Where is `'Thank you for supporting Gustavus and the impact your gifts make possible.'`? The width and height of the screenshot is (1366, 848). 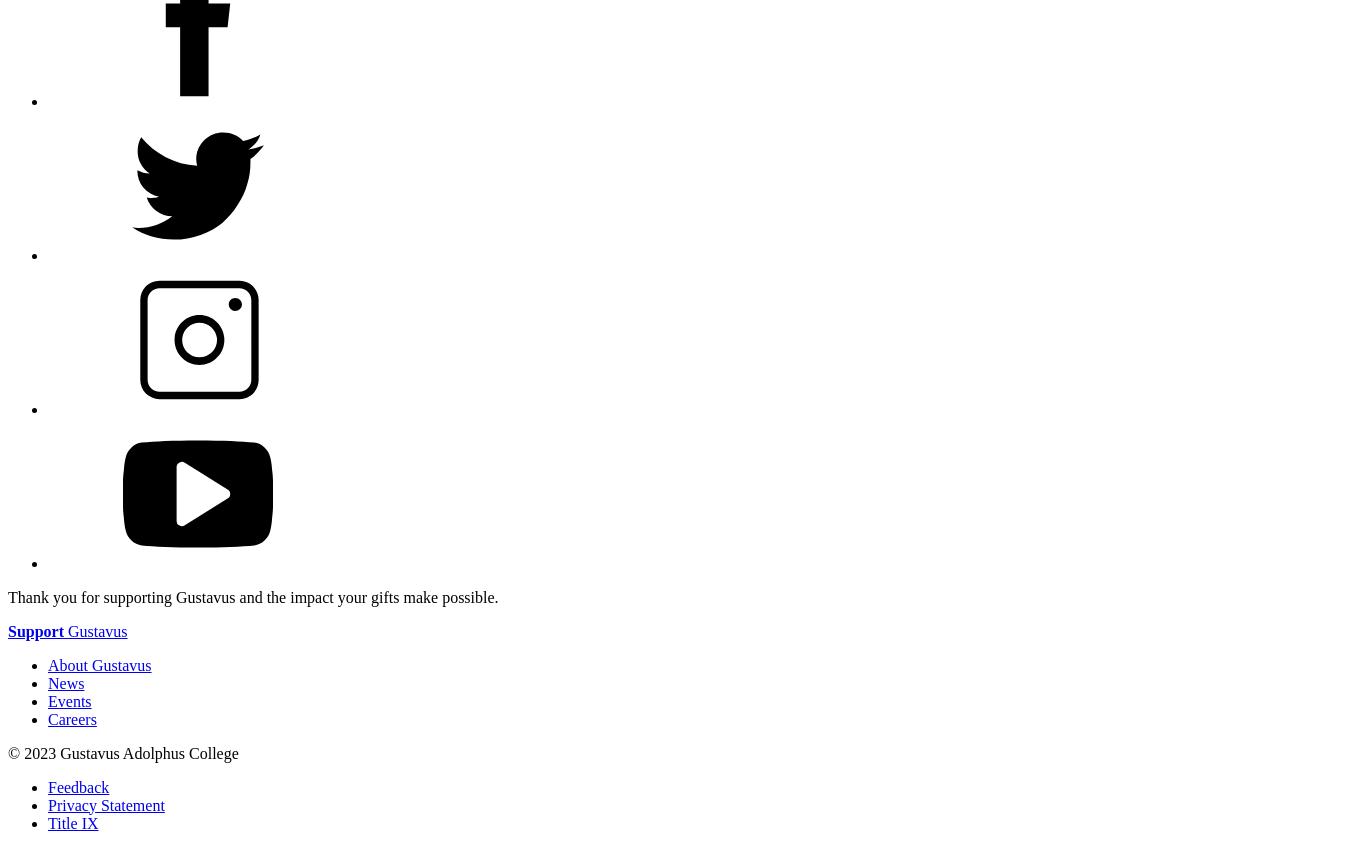 'Thank you for supporting Gustavus and the impact your gifts make possible.' is located at coordinates (8, 596).